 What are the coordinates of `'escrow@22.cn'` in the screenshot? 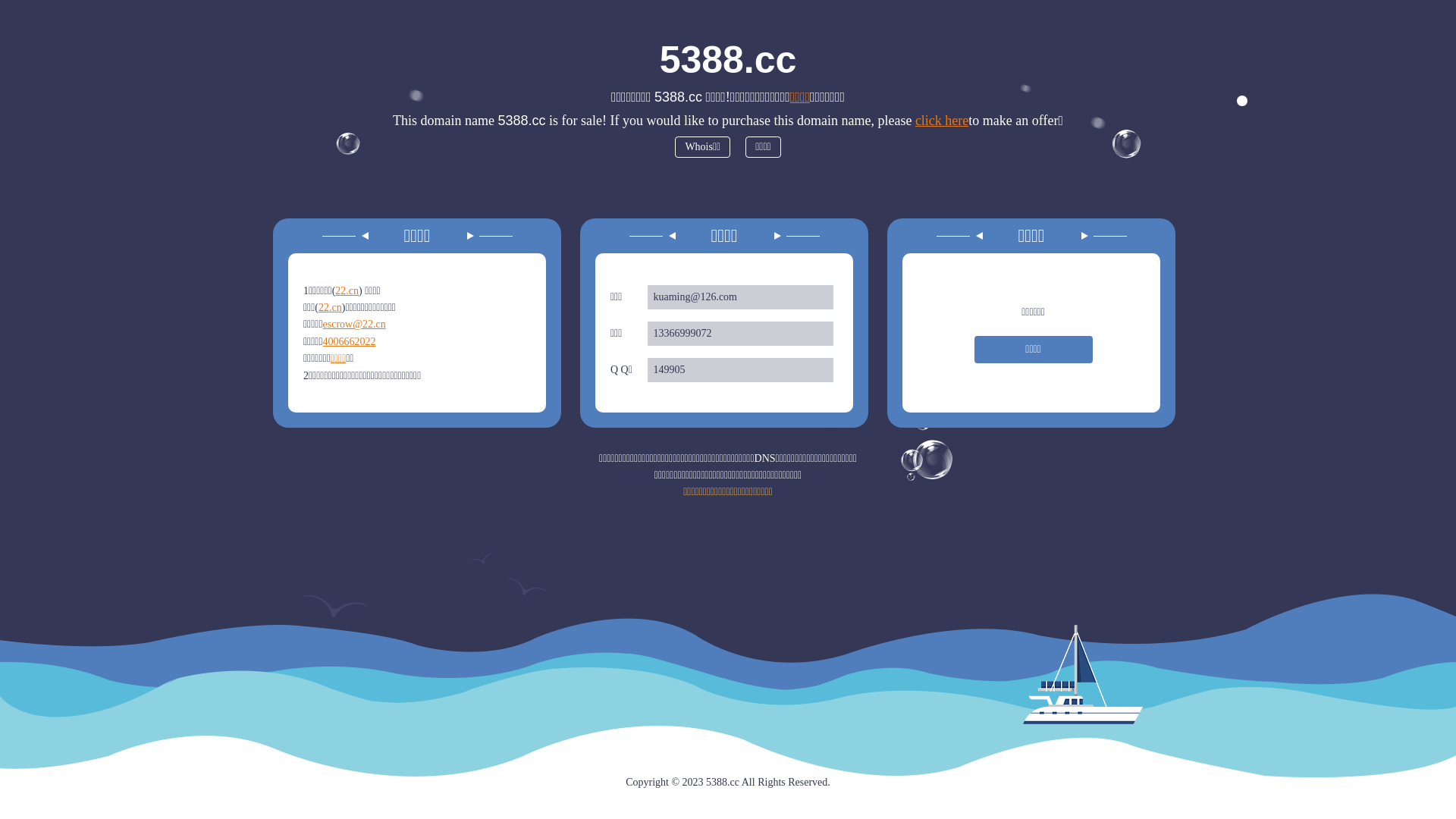 It's located at (353, 323).